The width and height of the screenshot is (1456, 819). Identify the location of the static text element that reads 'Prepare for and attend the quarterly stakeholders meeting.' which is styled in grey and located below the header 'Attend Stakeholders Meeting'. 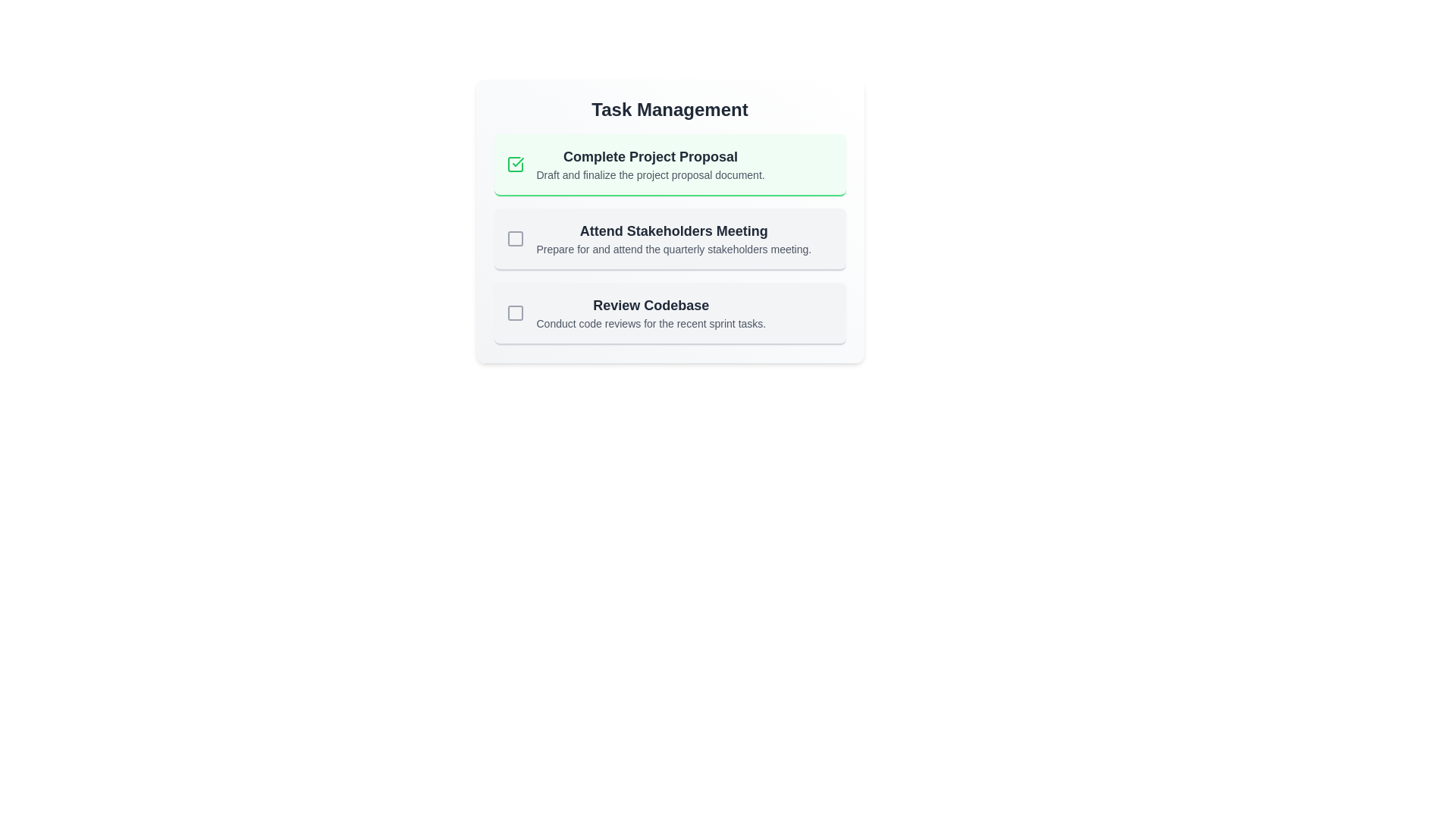
(673, 248).